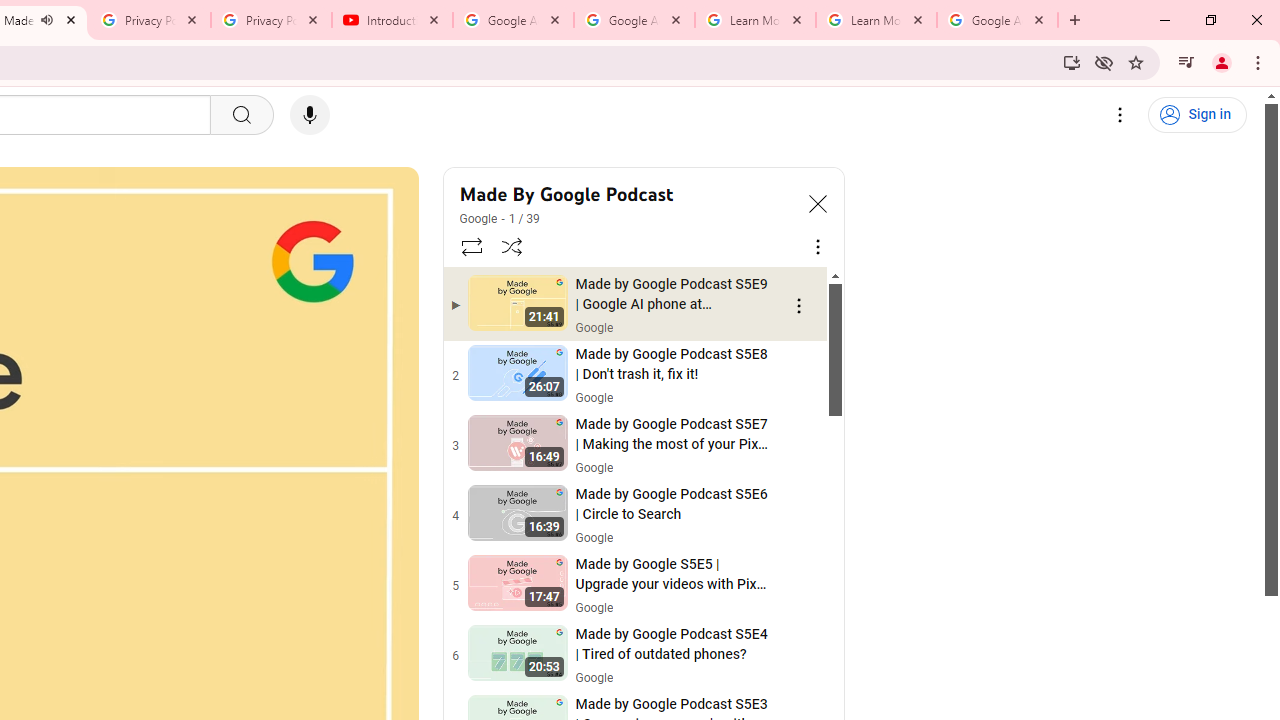  What do you see at coordinates (512, 245) in the screenshot?
I see `'Shuffle playlist'` at bounding box center [512, 245].